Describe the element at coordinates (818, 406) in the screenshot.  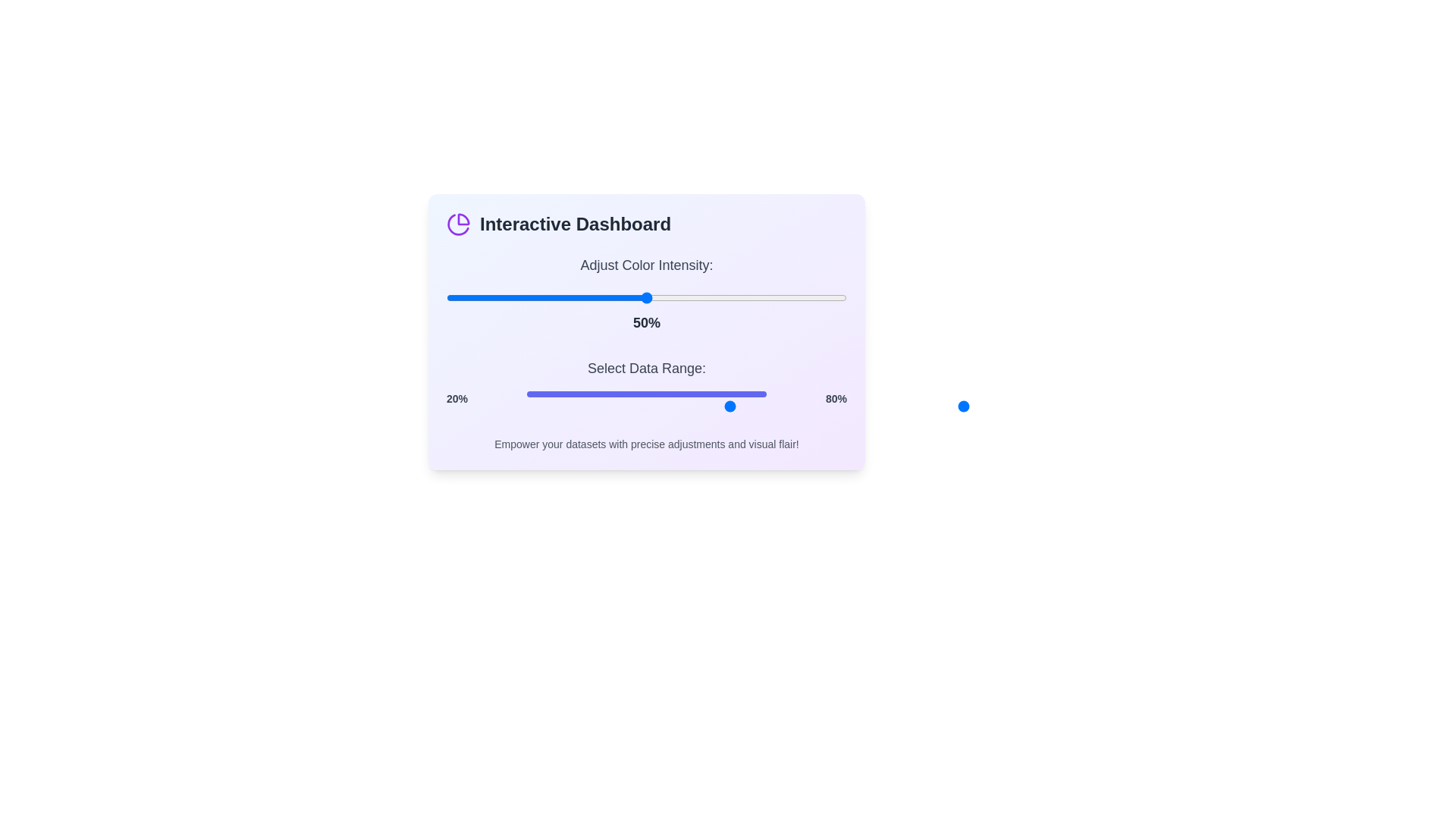
I see `the slider` at that location.